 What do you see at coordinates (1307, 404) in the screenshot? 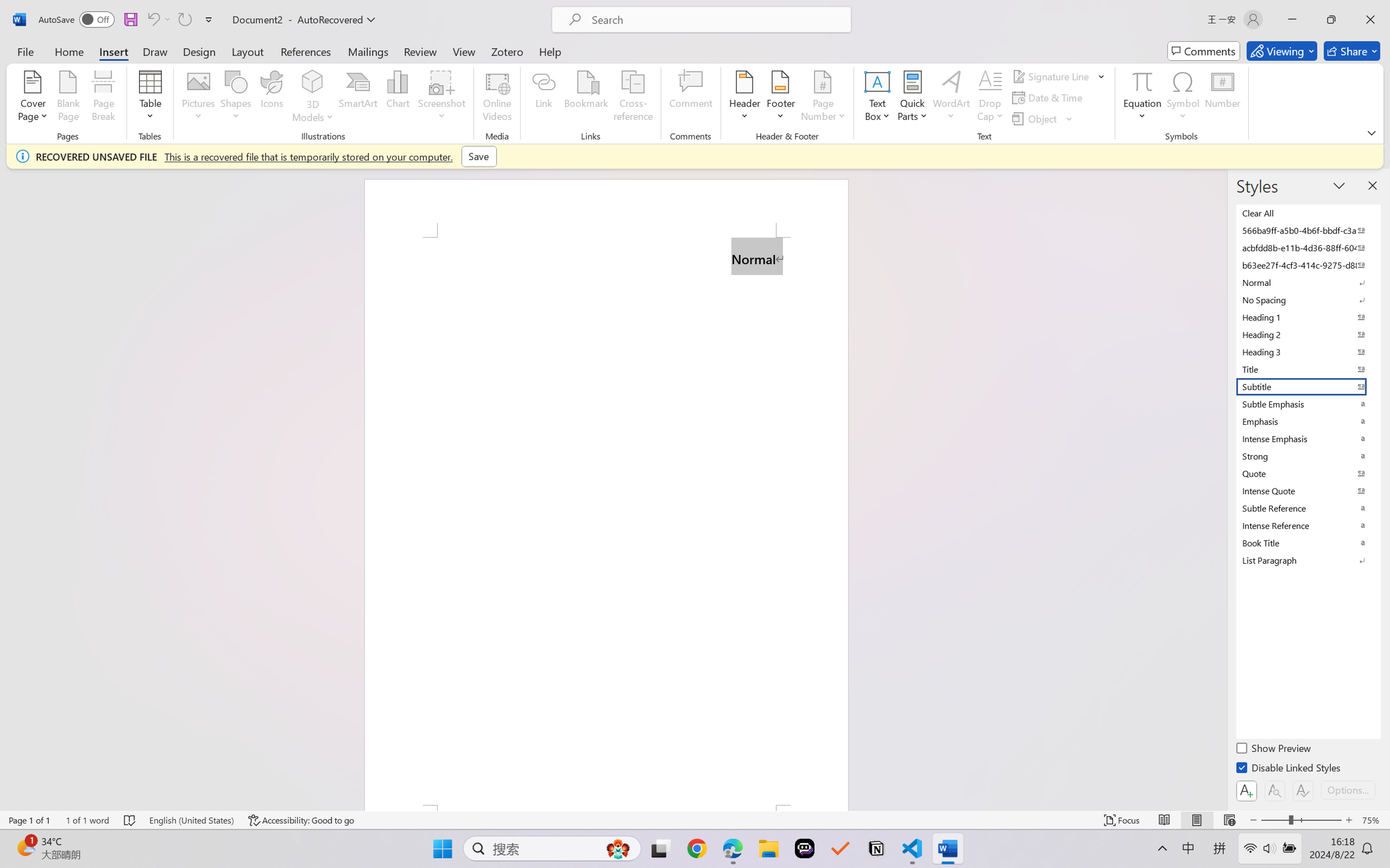
I see `'Subtle Emphasis'` at bounding box center [1307, 404].